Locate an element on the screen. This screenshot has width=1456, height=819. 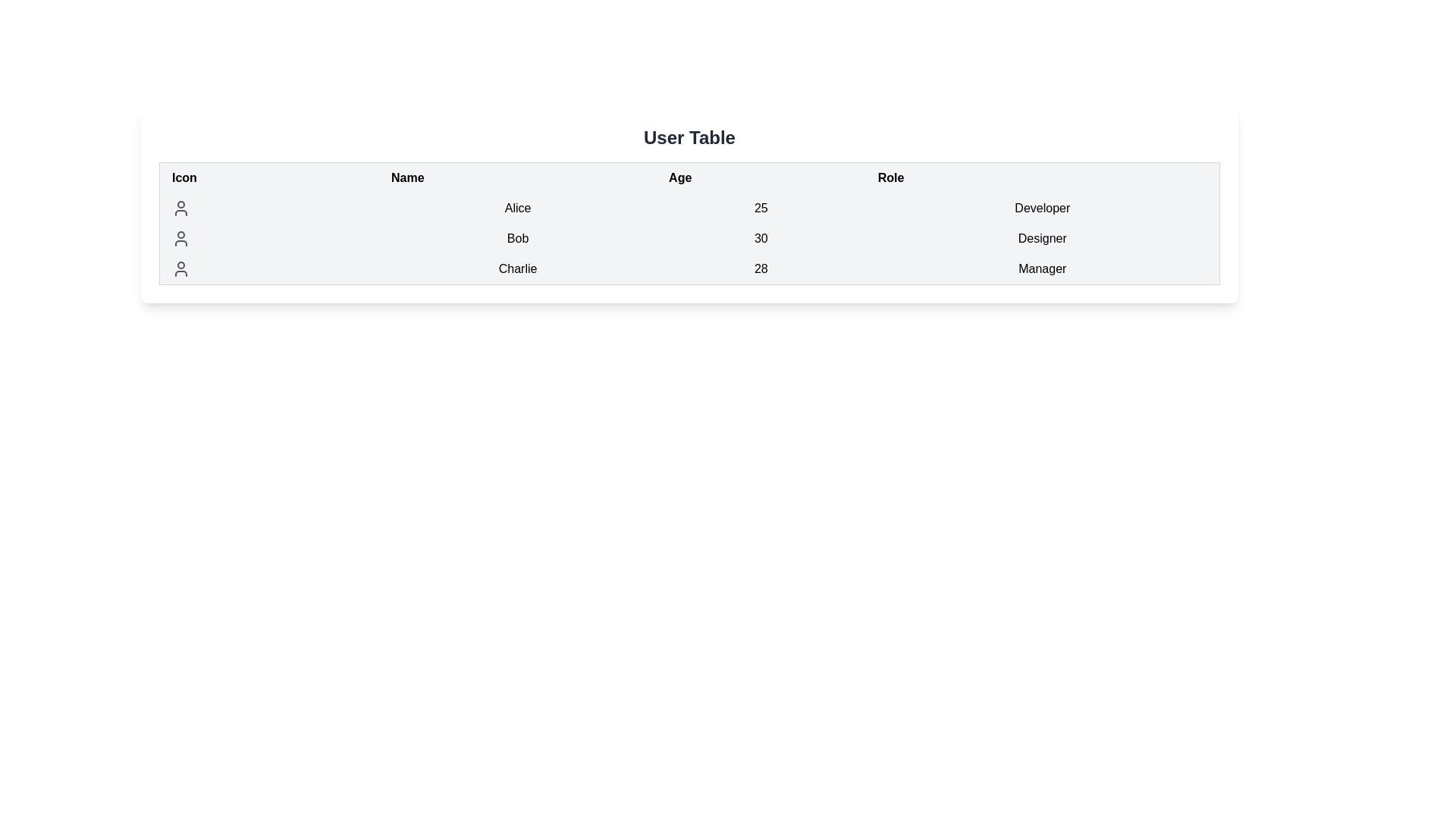
the static text label displaying the name 'Alice', which is located in the second column of the first row of the table, between the label 'Name' and the number '25' is located at coordinates (518, 208).